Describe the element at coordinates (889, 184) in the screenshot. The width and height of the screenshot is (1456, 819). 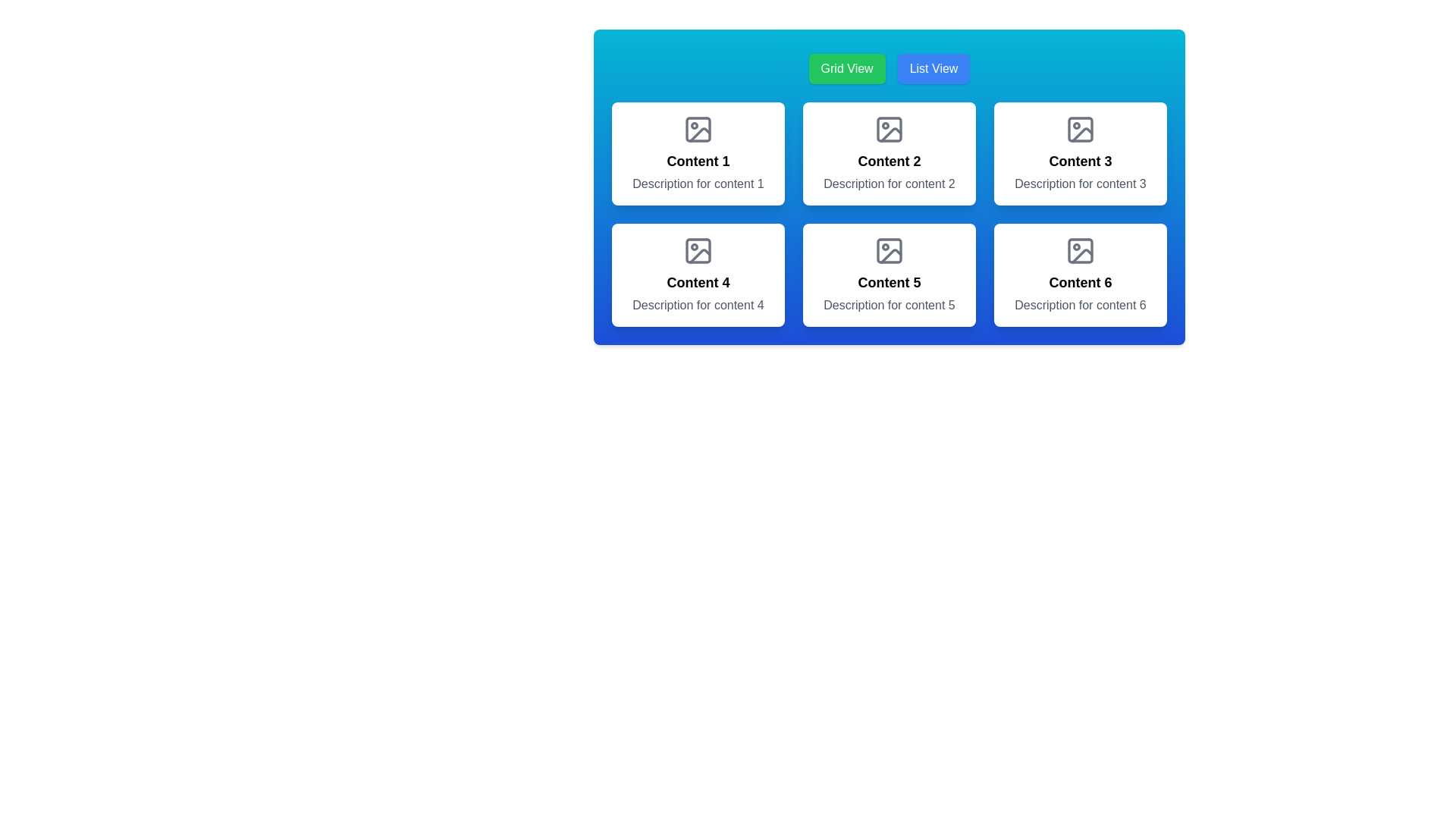
I see `the text label element that provides descriptive information for 'Content 2', located directly beneath the title` at that location.